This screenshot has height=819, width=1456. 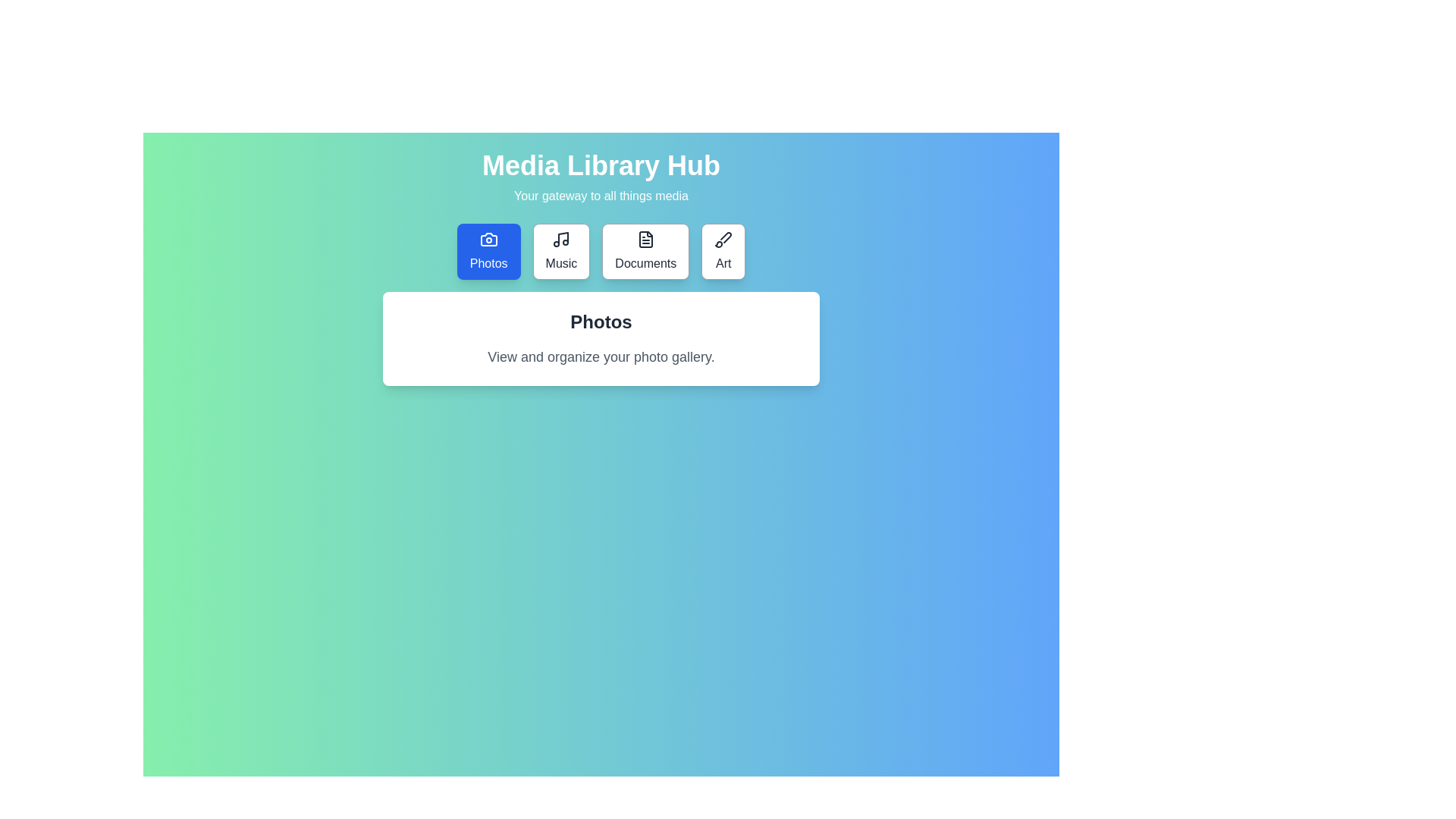 I want to click on the Art tab to view its content, so click(x=723, y=250).